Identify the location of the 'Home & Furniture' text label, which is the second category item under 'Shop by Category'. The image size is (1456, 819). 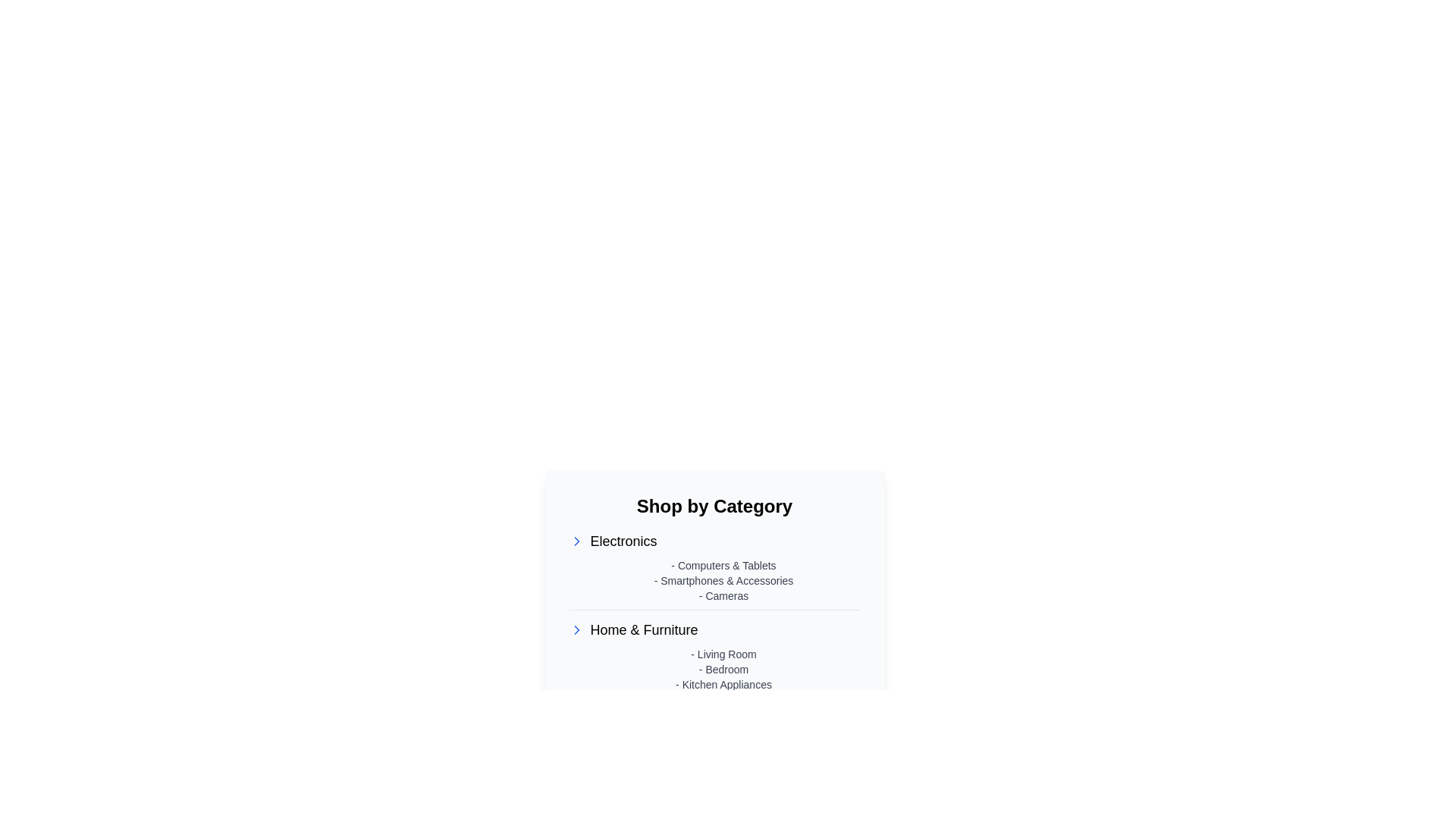
(644, 629).